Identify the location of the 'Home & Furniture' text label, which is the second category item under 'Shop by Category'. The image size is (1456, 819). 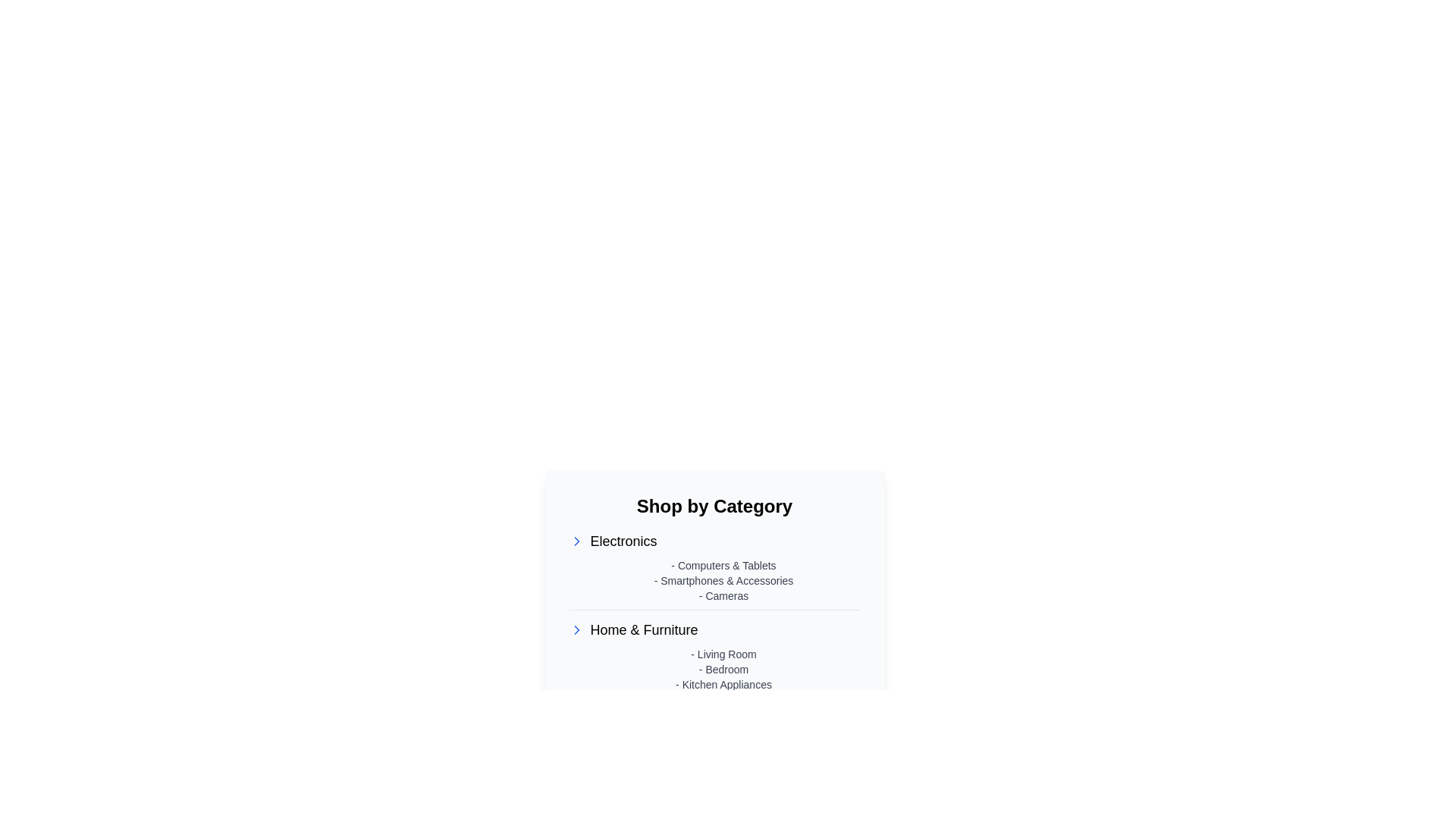
(644, 629).